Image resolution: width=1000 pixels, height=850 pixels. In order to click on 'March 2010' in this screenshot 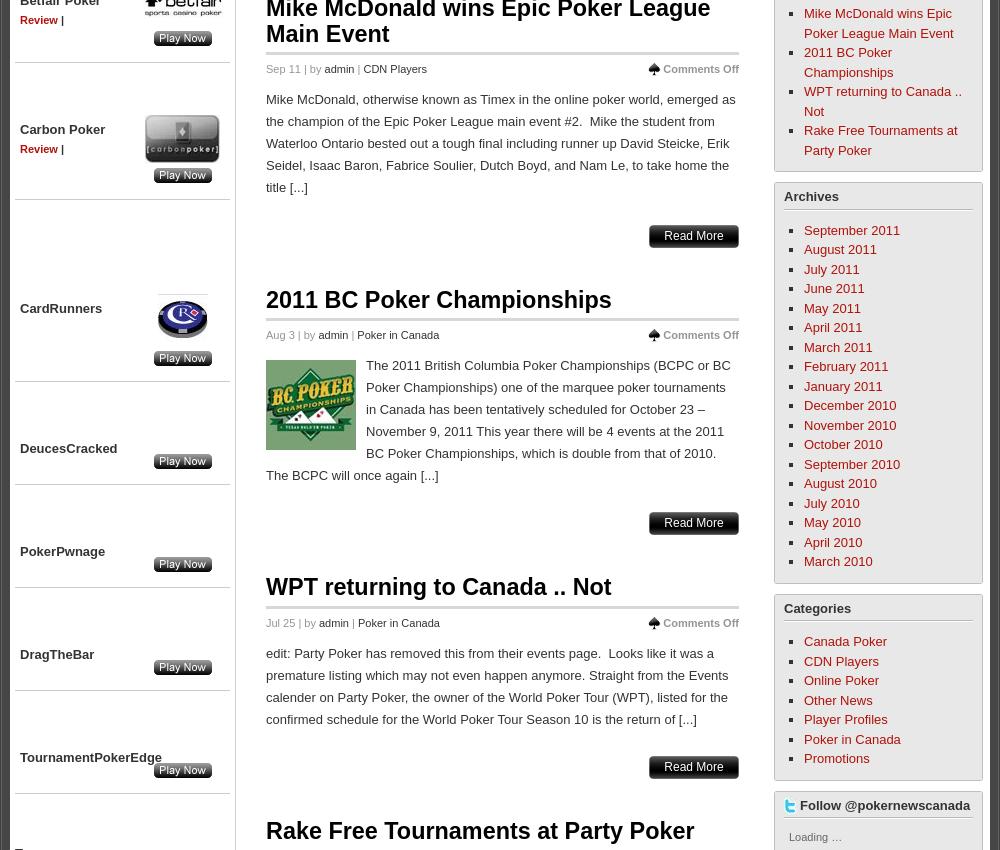, I will do `click(837, 561)`.